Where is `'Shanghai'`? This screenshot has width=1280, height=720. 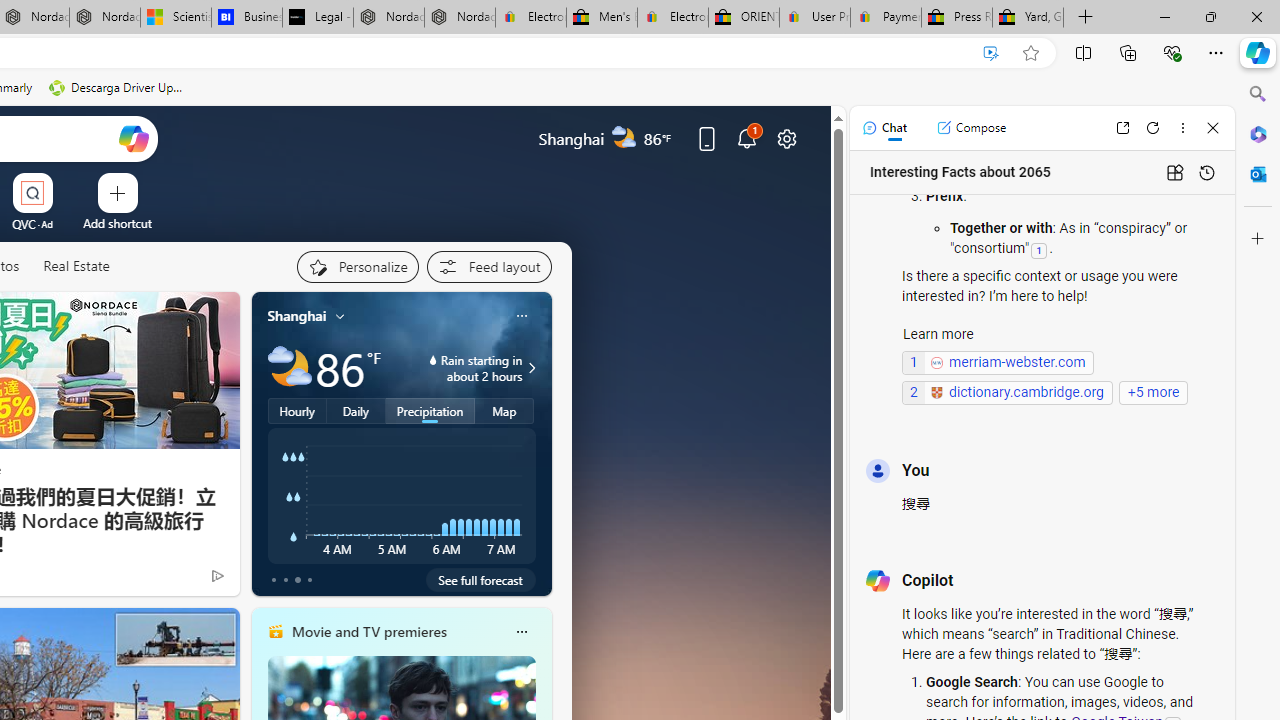 'Shanghai' is located at coordinates (295, 315).